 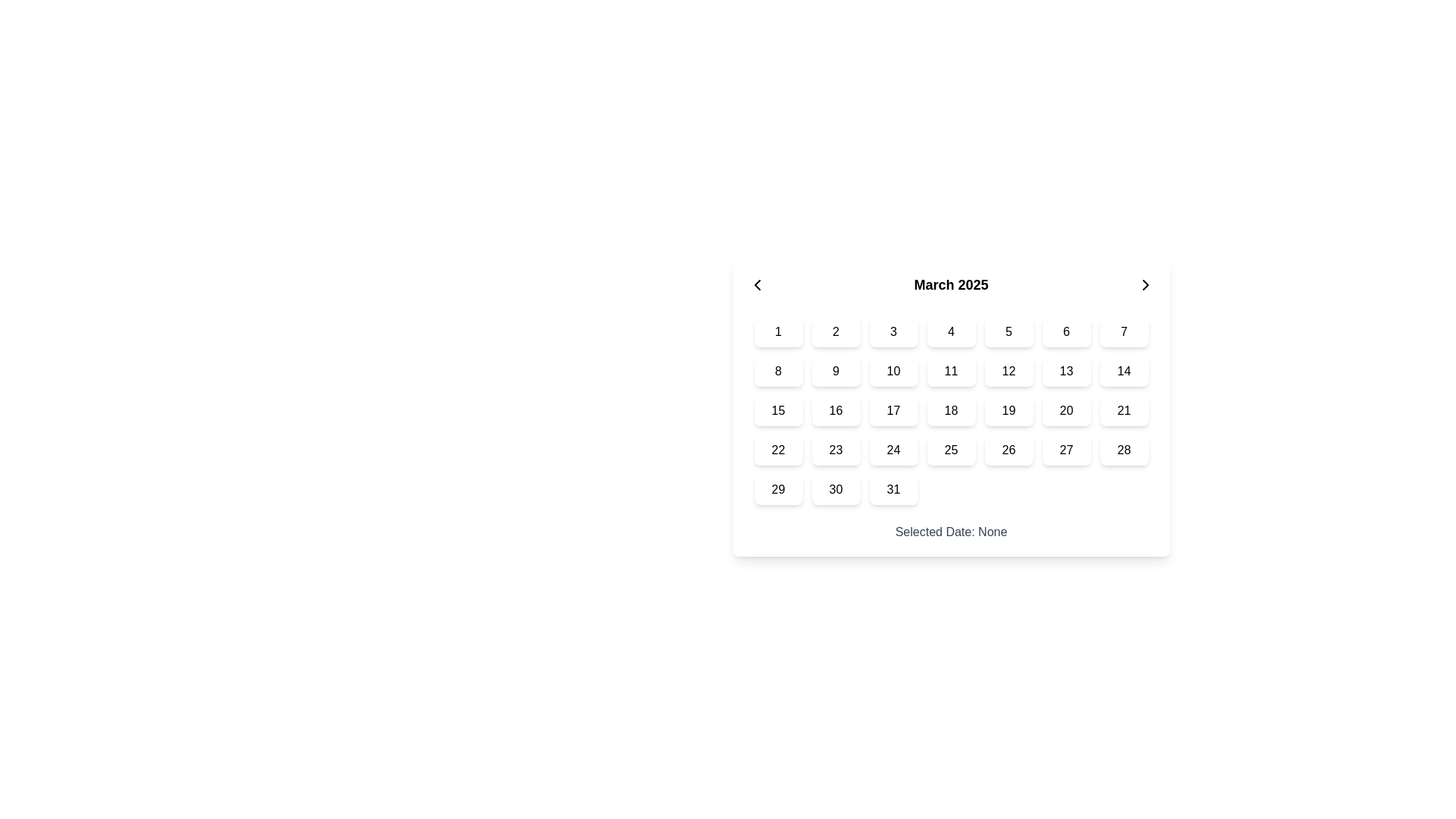 What do you see at coordinates (893, 450) in the screenshot?
I see `the selectable date button '24' in the calendar grid under 'March 2025'` at bounding box center [893, 450].